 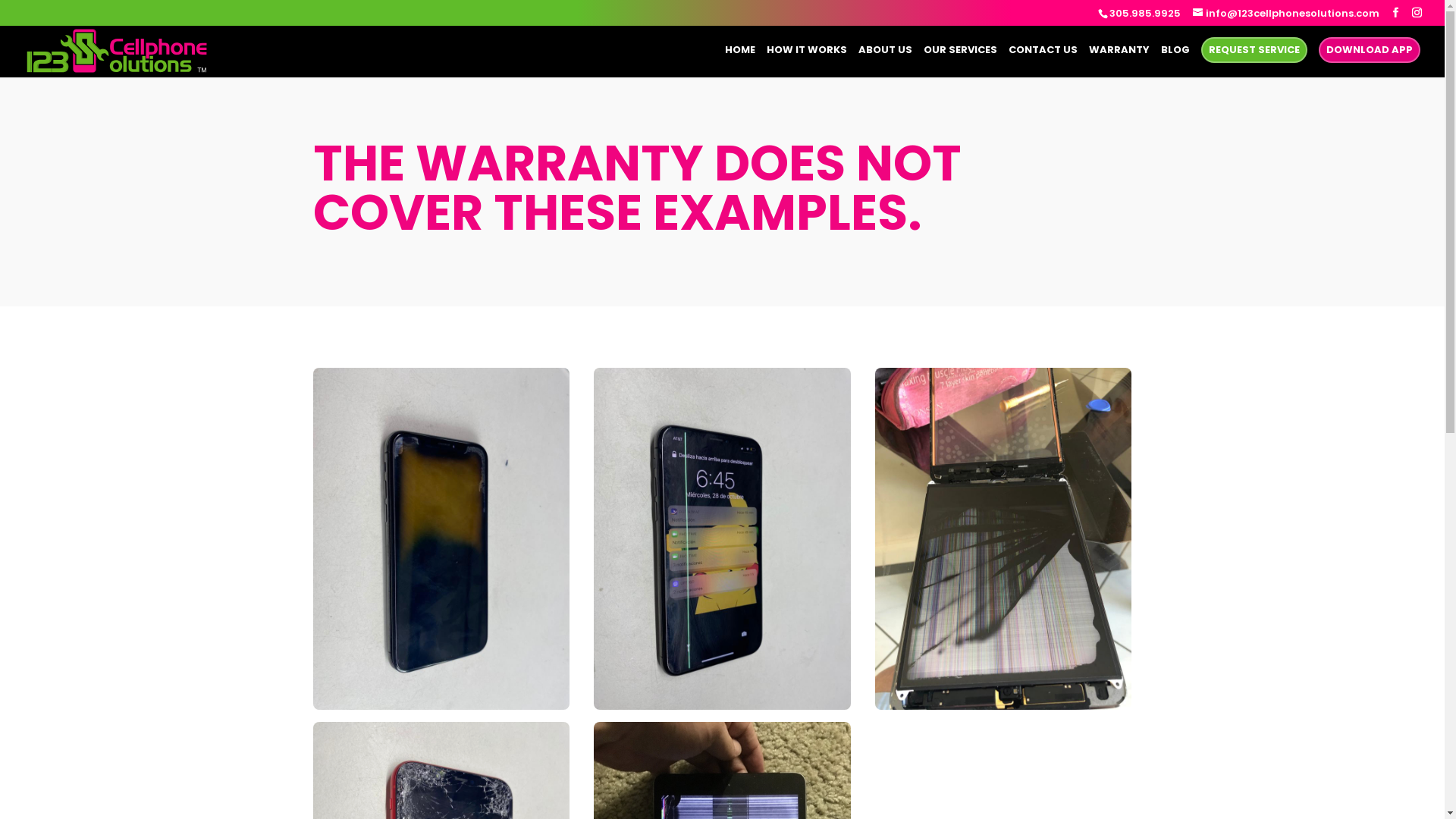 I want to click on 'ABOUT US', so click(x=885, y=59).